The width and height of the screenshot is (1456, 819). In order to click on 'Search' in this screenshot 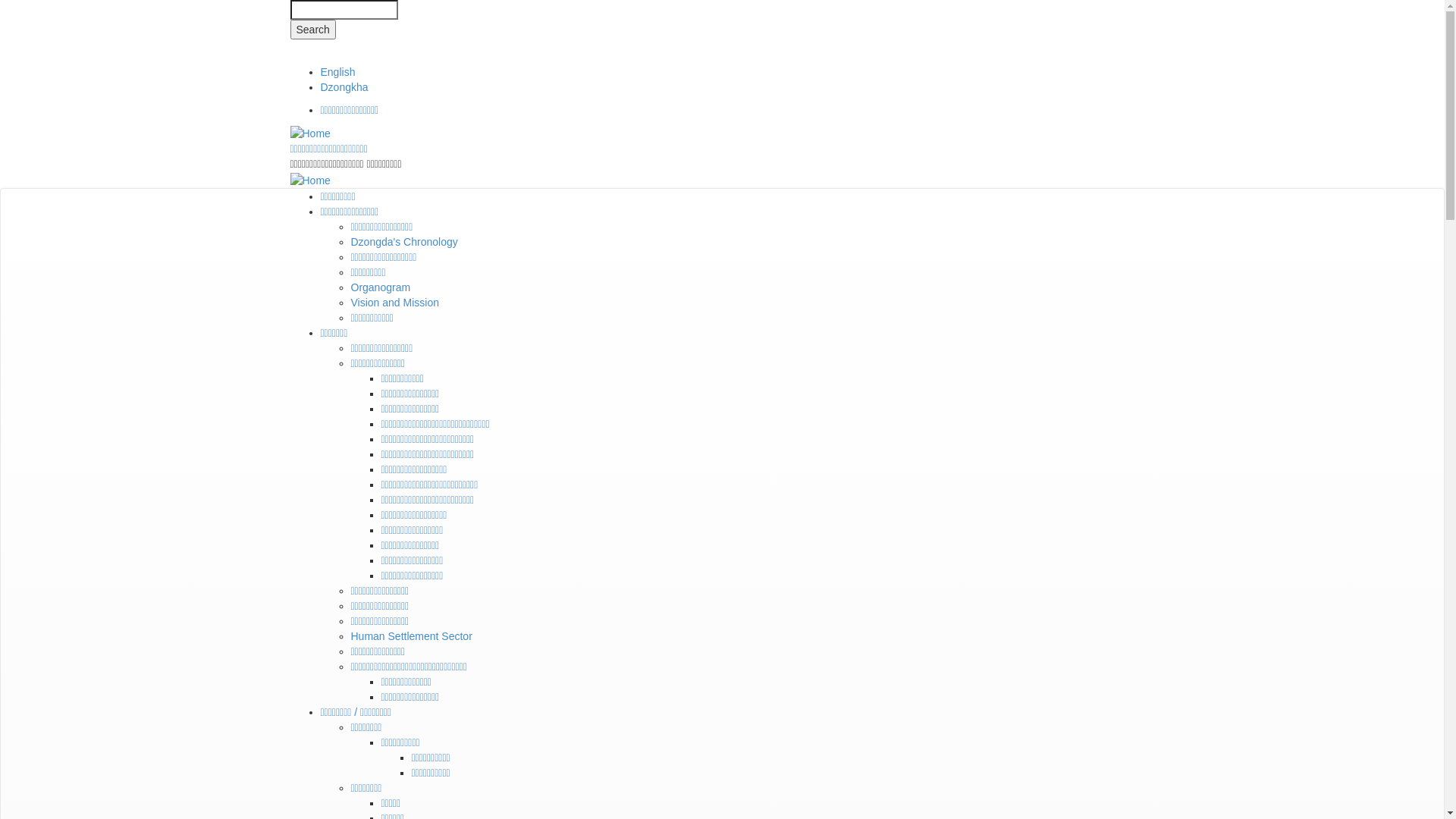, I will do `click(312, 29)`.